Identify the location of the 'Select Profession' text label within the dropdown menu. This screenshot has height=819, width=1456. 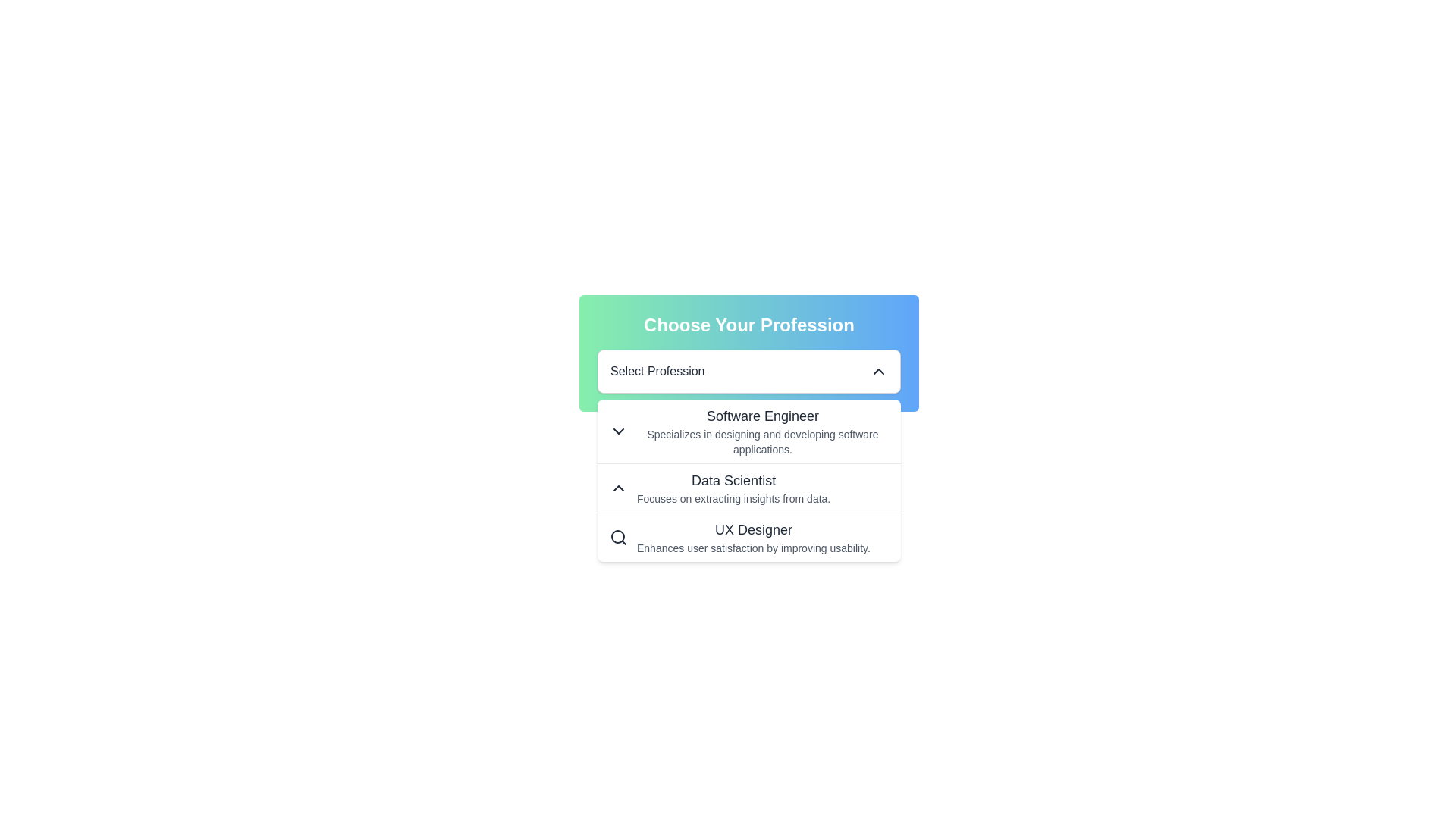
(657, 371).